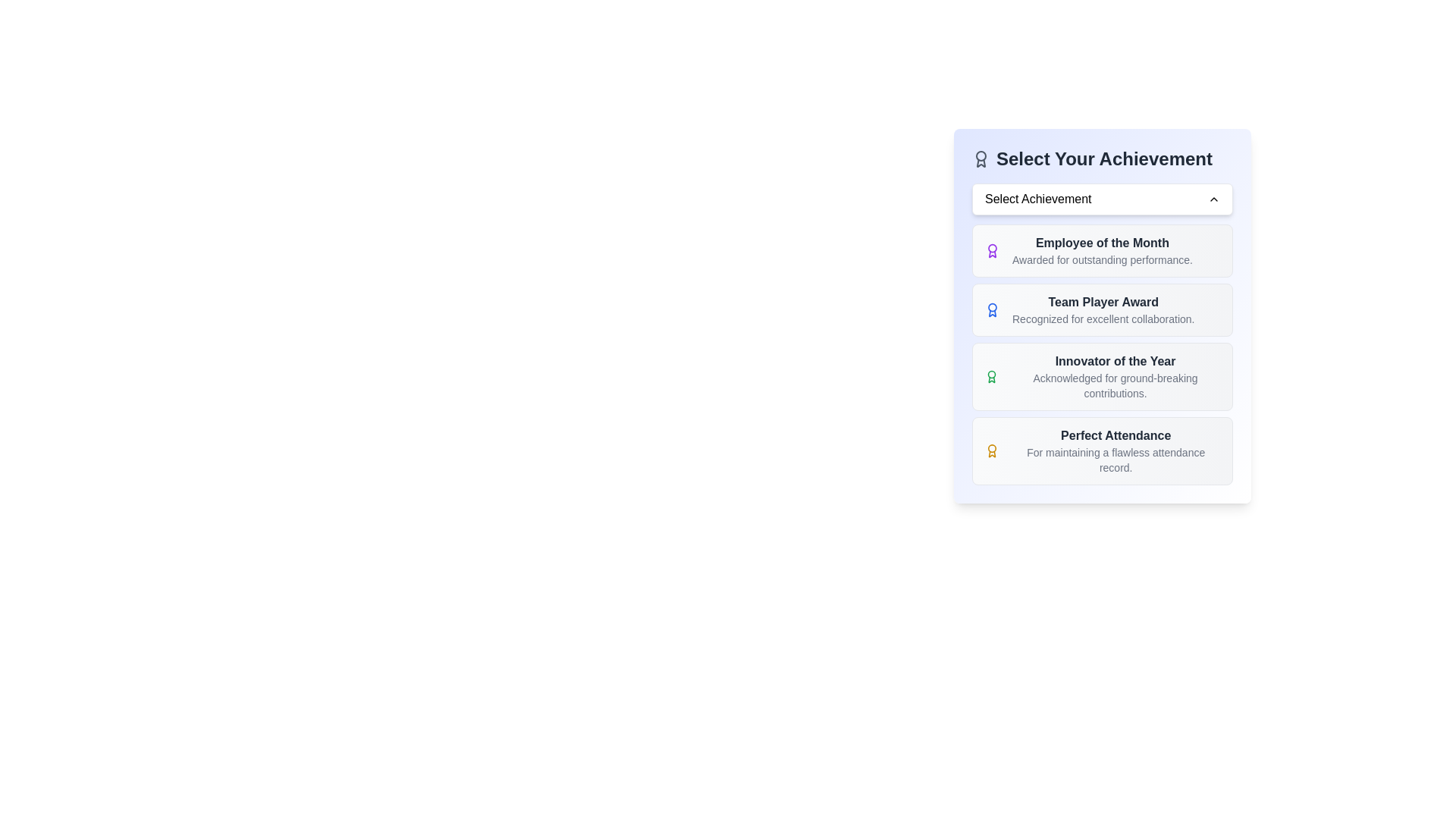 This screenshot has height=819, width=1456. I want to click on the 'Innovator of the Year' text element within the list item, which is styled in bold and darker shade, so click(1116, 376).